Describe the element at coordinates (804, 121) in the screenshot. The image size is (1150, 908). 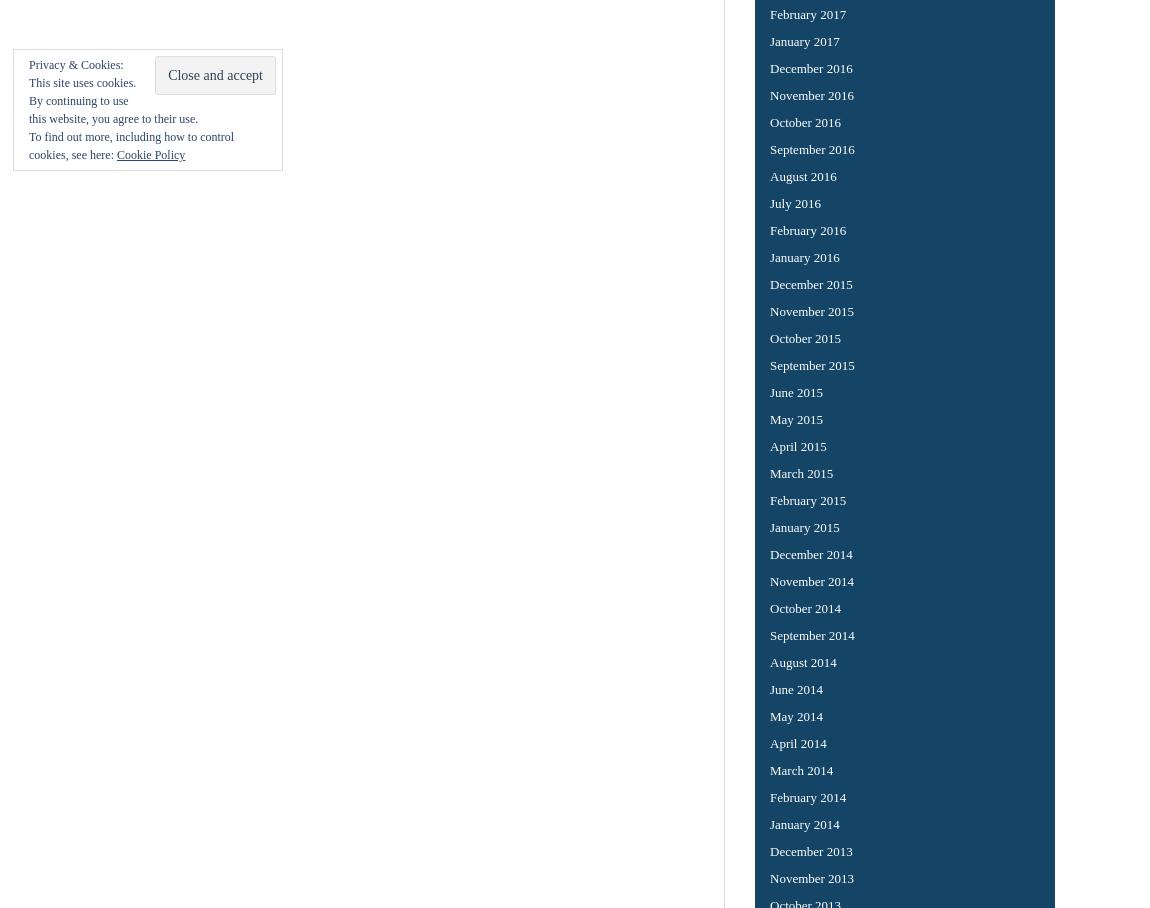
I see `'October 2016'` at that location.